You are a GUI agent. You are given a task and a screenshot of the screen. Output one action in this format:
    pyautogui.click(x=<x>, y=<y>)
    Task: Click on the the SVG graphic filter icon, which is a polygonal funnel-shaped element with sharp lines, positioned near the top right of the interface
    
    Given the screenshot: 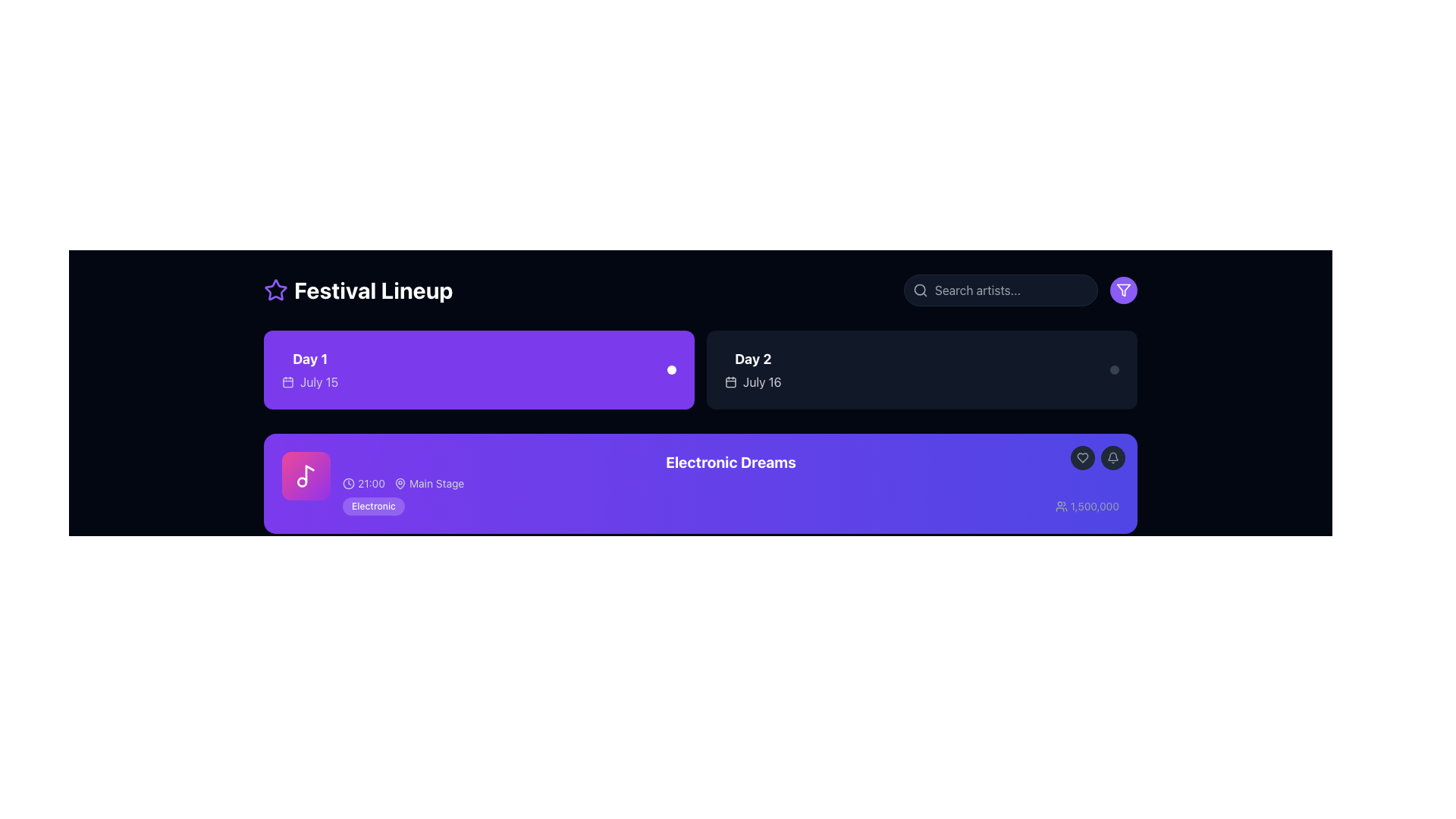 What is the action you would take?
    pyautogui.click(x=1124, y=290)
    